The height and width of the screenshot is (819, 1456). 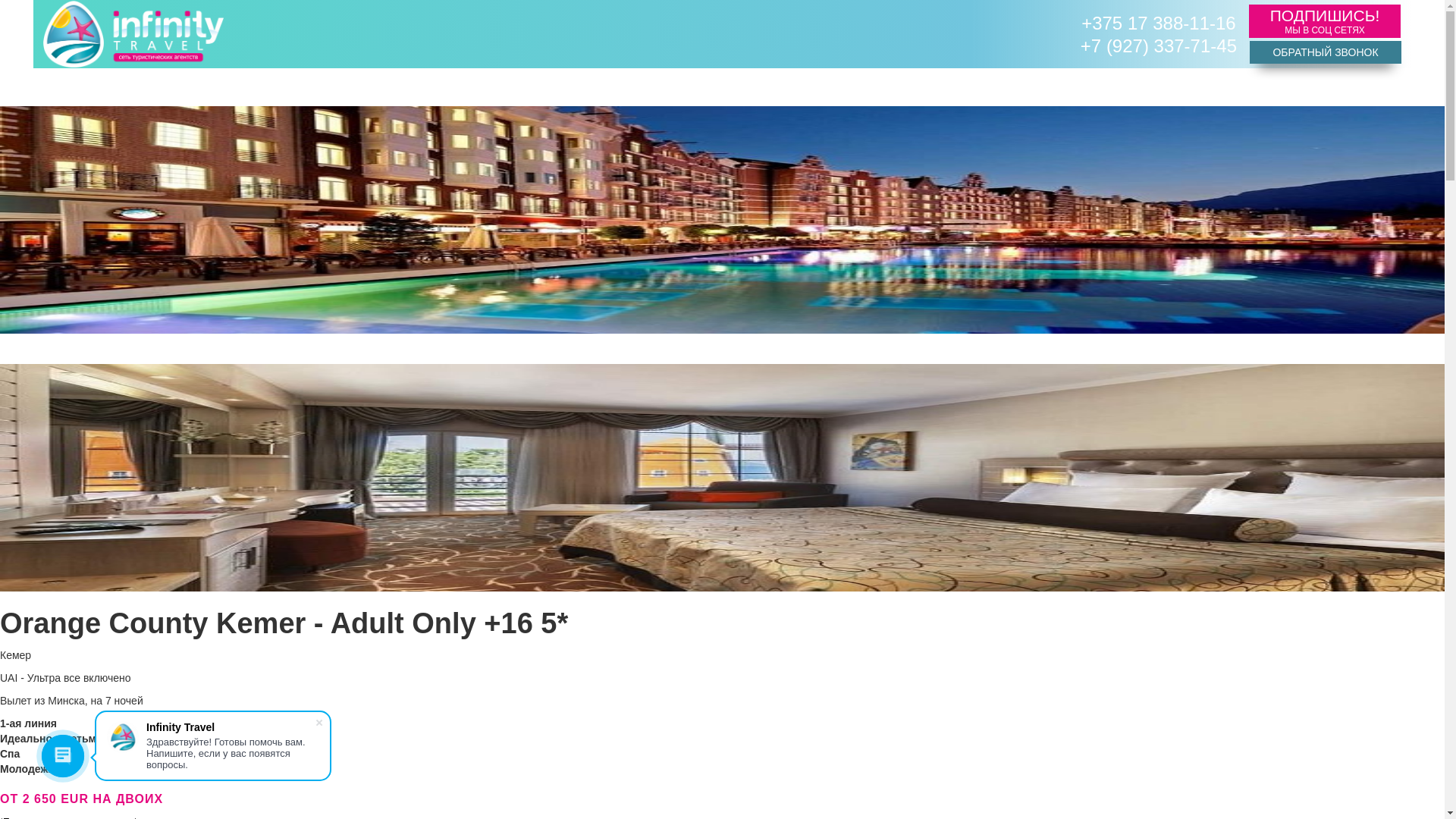 What do you see at coordinates (1157, 23) in the screenshot?
I see `'+375 17 388-11-16'` at bounding box center [1157, 23].